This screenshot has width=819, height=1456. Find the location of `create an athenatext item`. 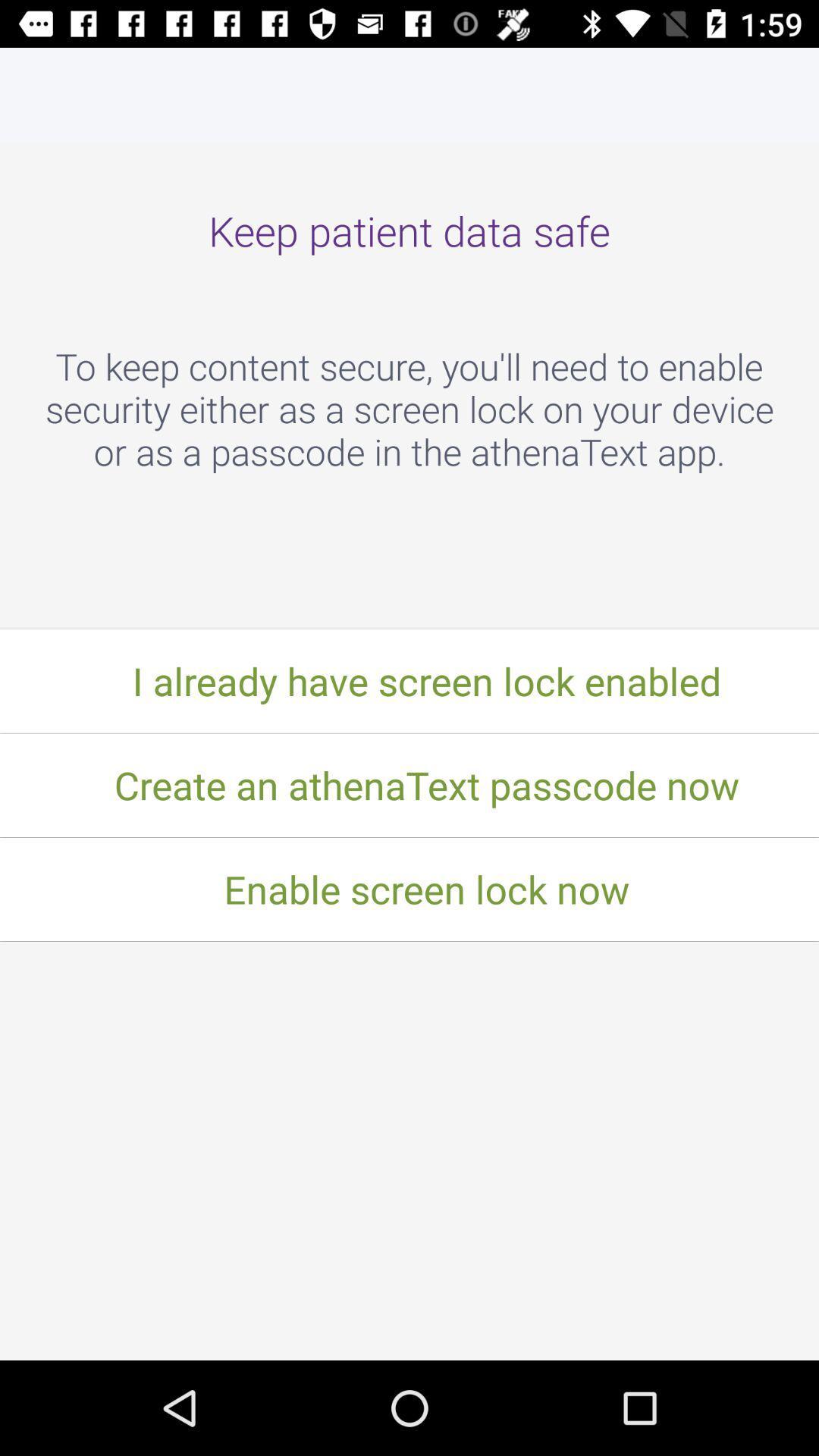

create an athenatext item is located at coordinates (409, 785).